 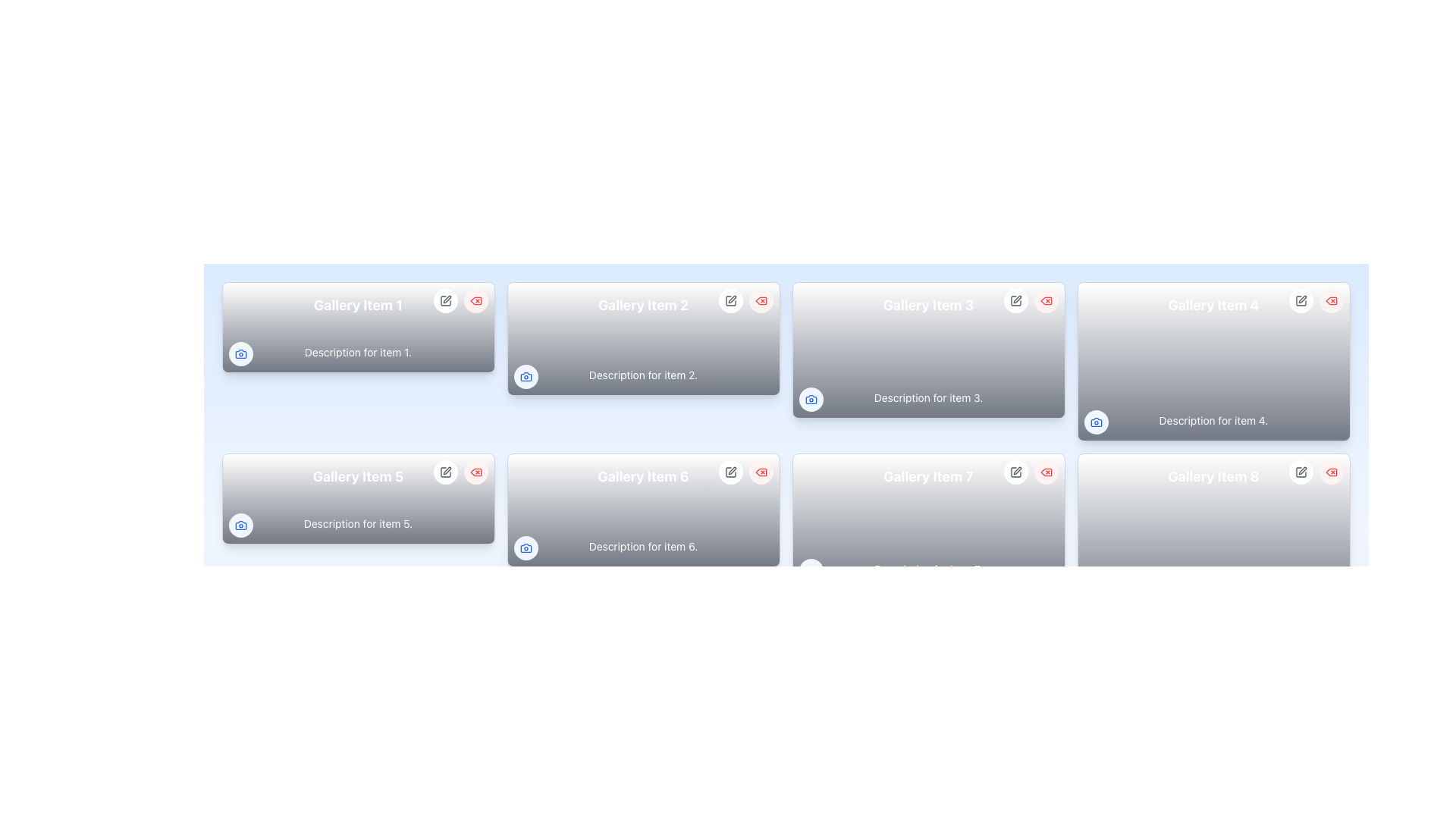 I want to click on the red delete icon located in the top-right corner of the card labeled 'Gallery Item 4', so click(x=1330, y=301).